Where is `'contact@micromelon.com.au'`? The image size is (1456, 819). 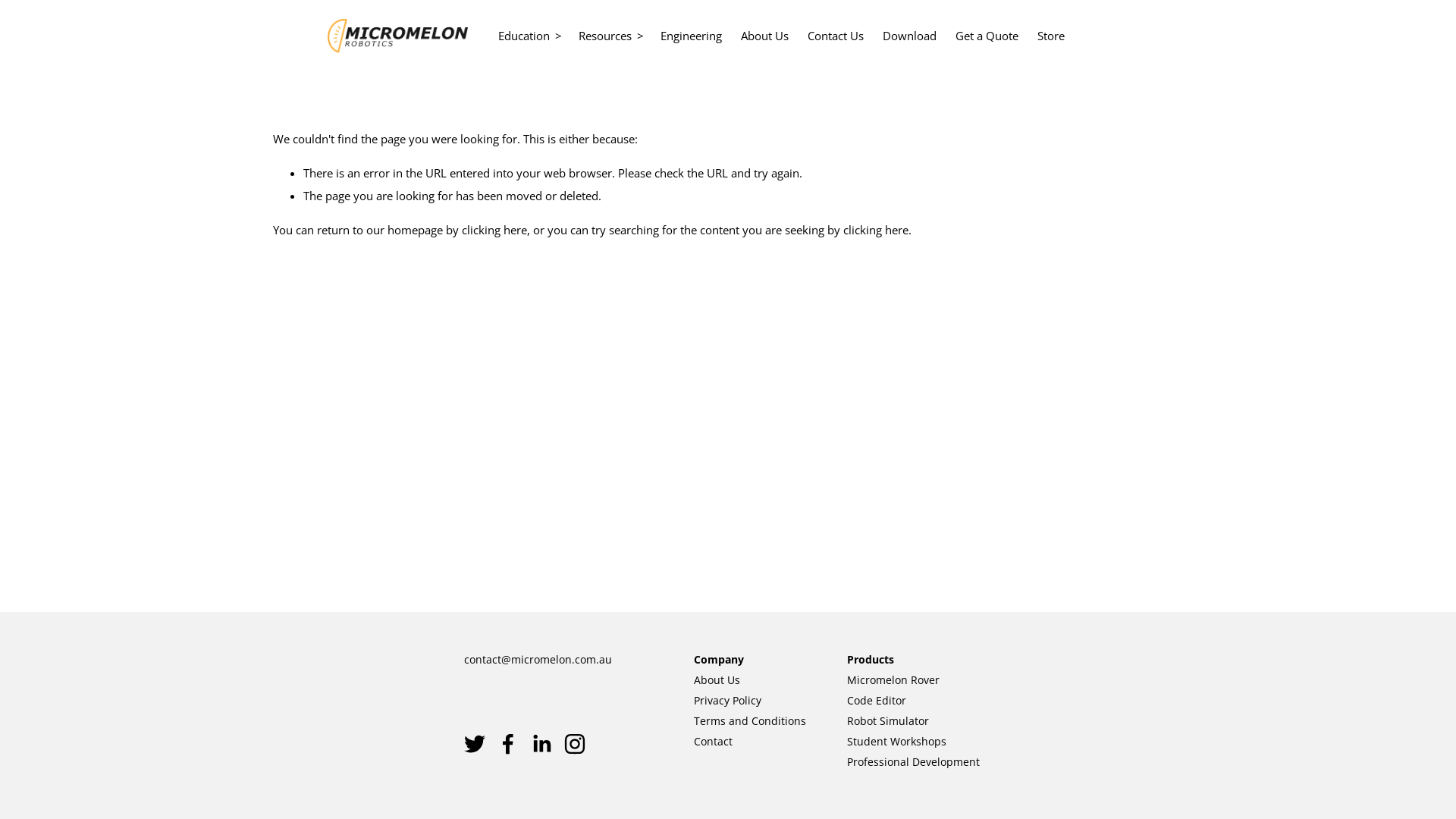
'contact@micromelon.com.au' is located at coordinates (538, 659).